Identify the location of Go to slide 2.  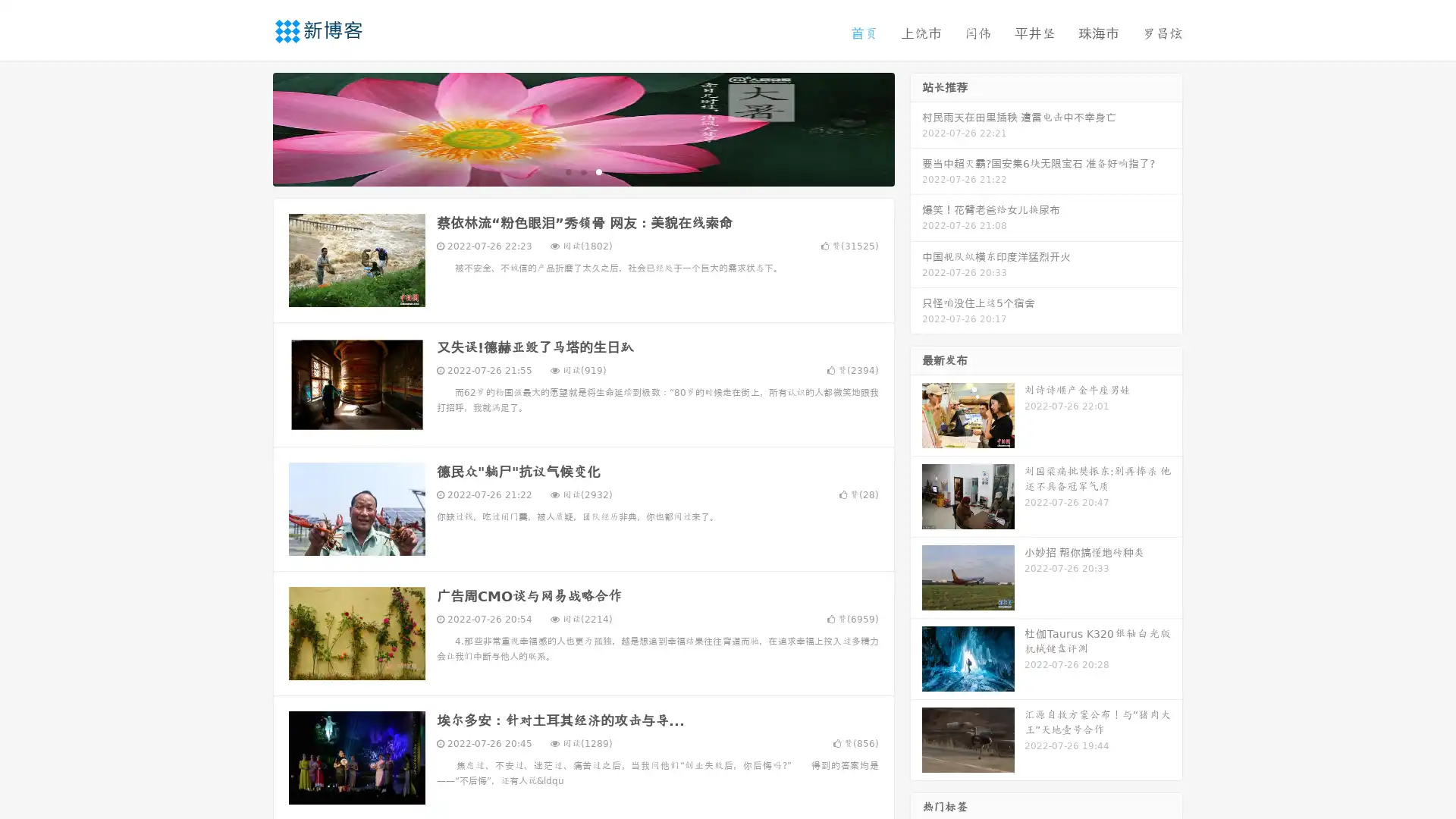
(582, 171).